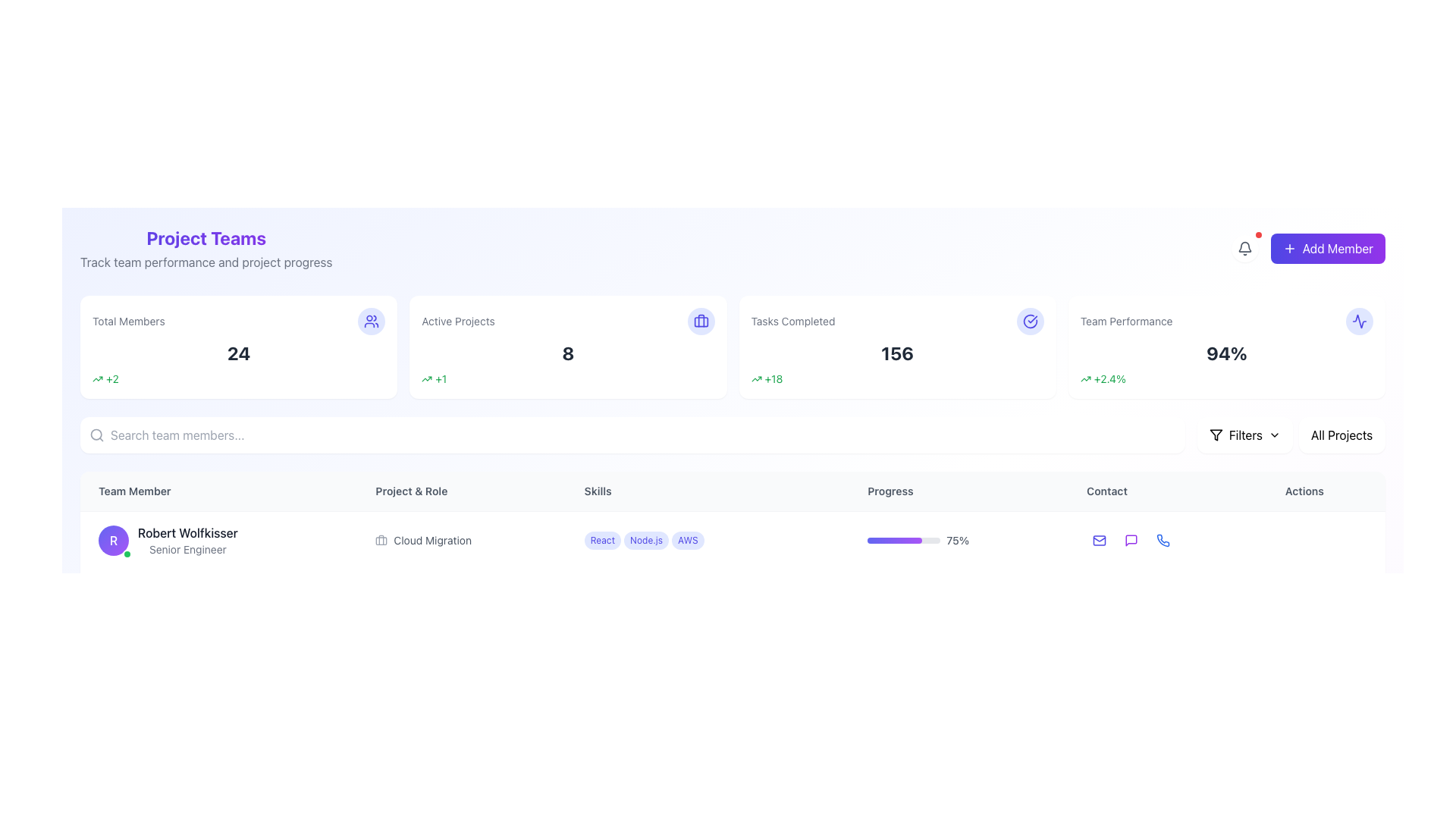 The image size is (1456, 819). What do you see at coordinates (1342, 435) in the screenshot?
I see `the 'All Projects' button, which is a rectangular button with a white background and rounded corners located at the top-right section of the interface` at bounding box center [1342, 435].